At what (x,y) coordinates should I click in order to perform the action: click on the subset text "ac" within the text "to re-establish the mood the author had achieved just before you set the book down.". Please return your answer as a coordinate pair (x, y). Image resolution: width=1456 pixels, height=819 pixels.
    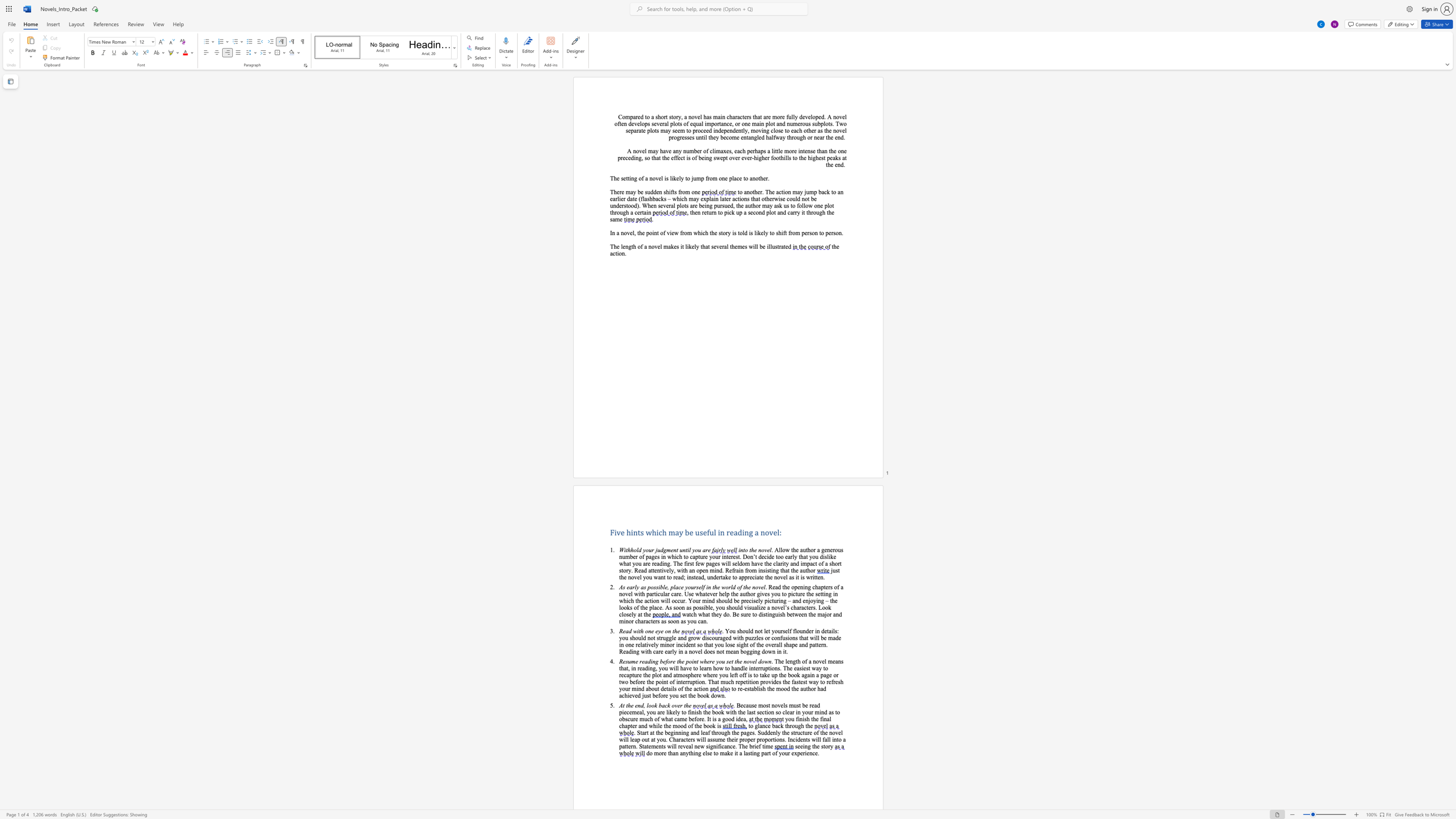
    Looking at the image, I should click on (619, 695).